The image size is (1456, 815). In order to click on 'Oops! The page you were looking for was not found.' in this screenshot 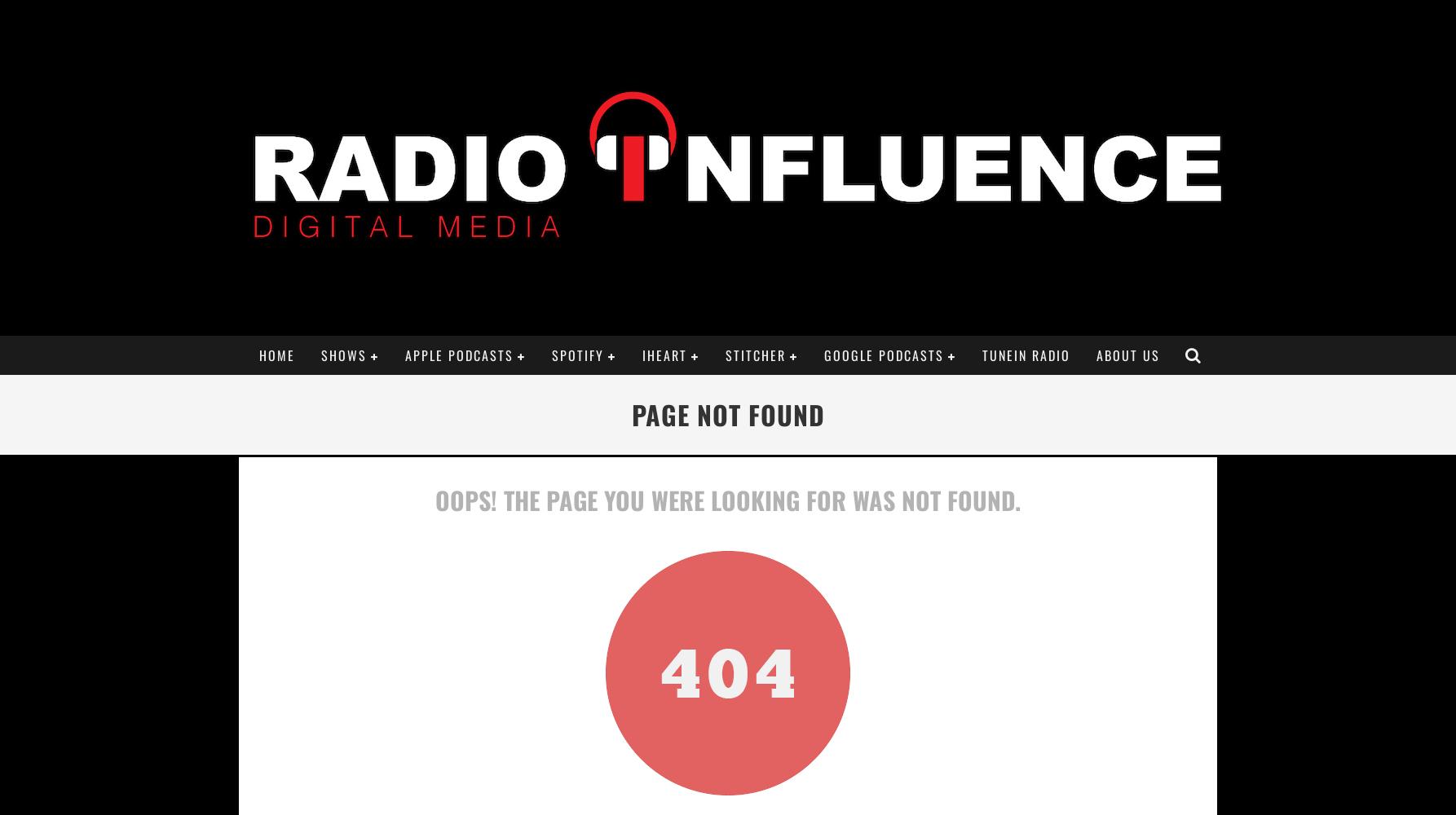, I will do `click(435, 499)`.